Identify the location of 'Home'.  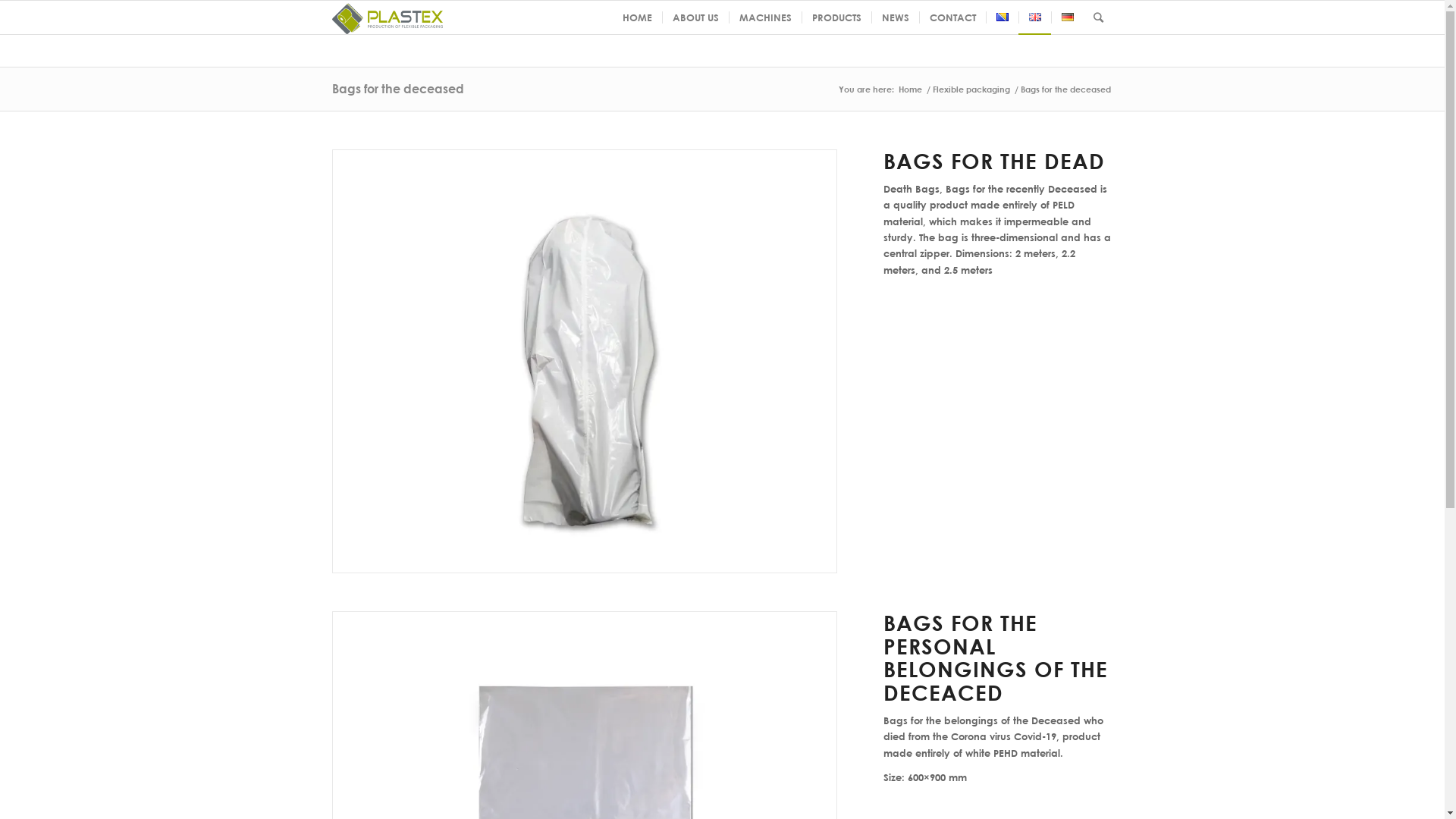
(896, 89).